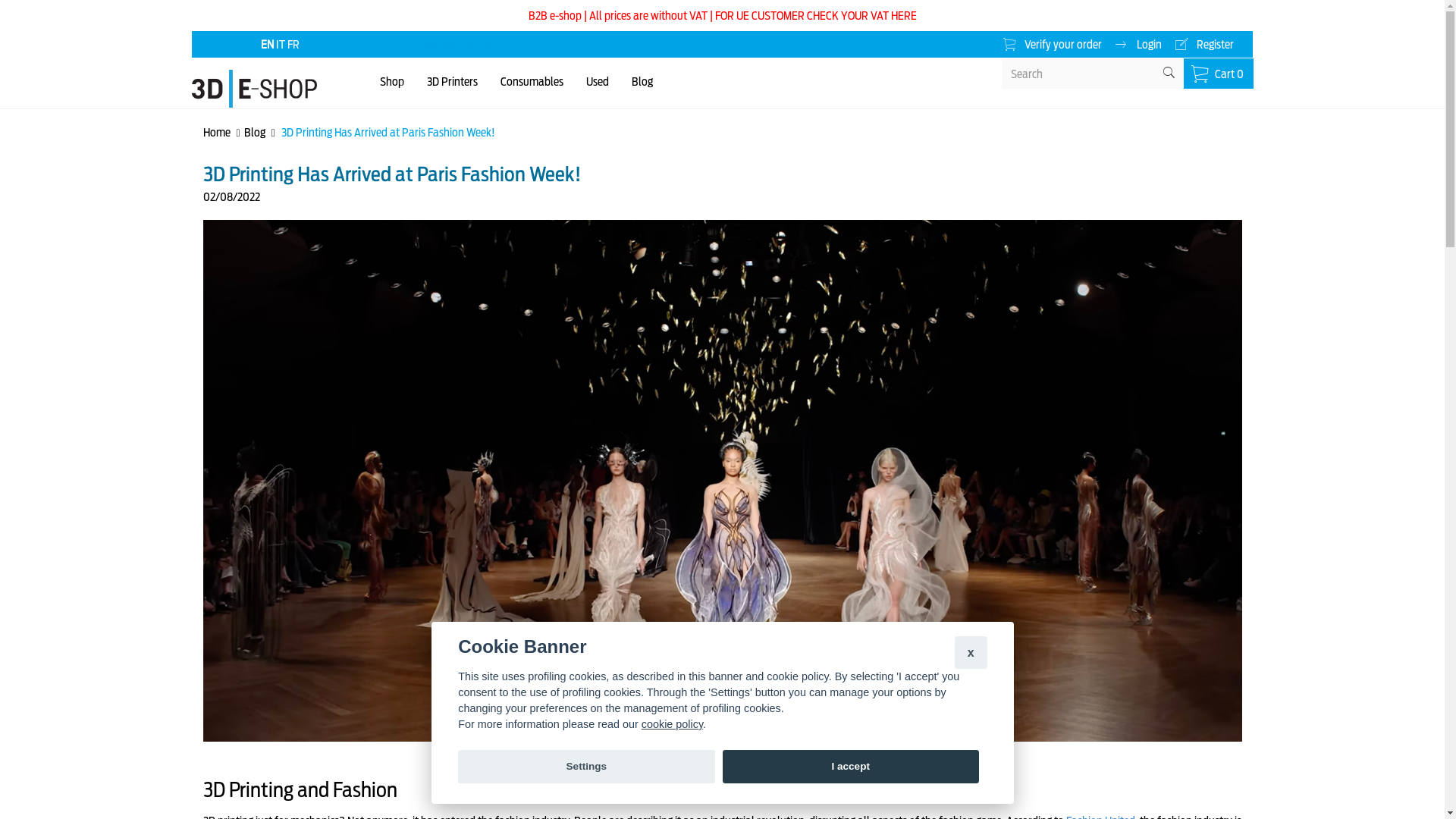 This screenshot has height=819, width=1456. What do you see at coordinates (952, 651) in the screenshot?
I see `'x'` at bounding box center [952, 651].